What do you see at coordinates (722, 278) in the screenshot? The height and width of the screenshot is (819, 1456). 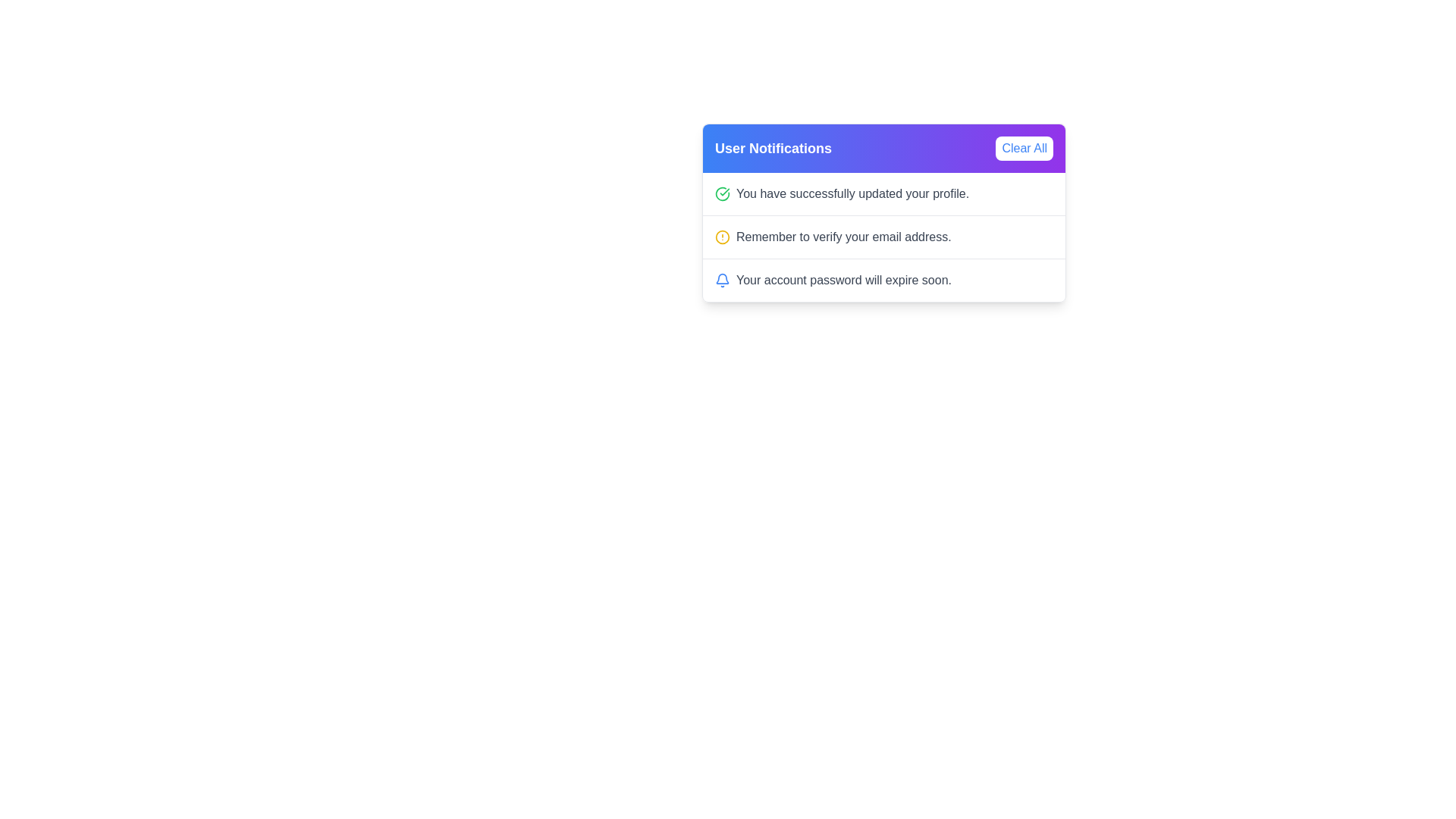 I see `the stylized bell icon in the header section, which is part of a visual component associated with alerts or updates` at bounding box center [722, 278].